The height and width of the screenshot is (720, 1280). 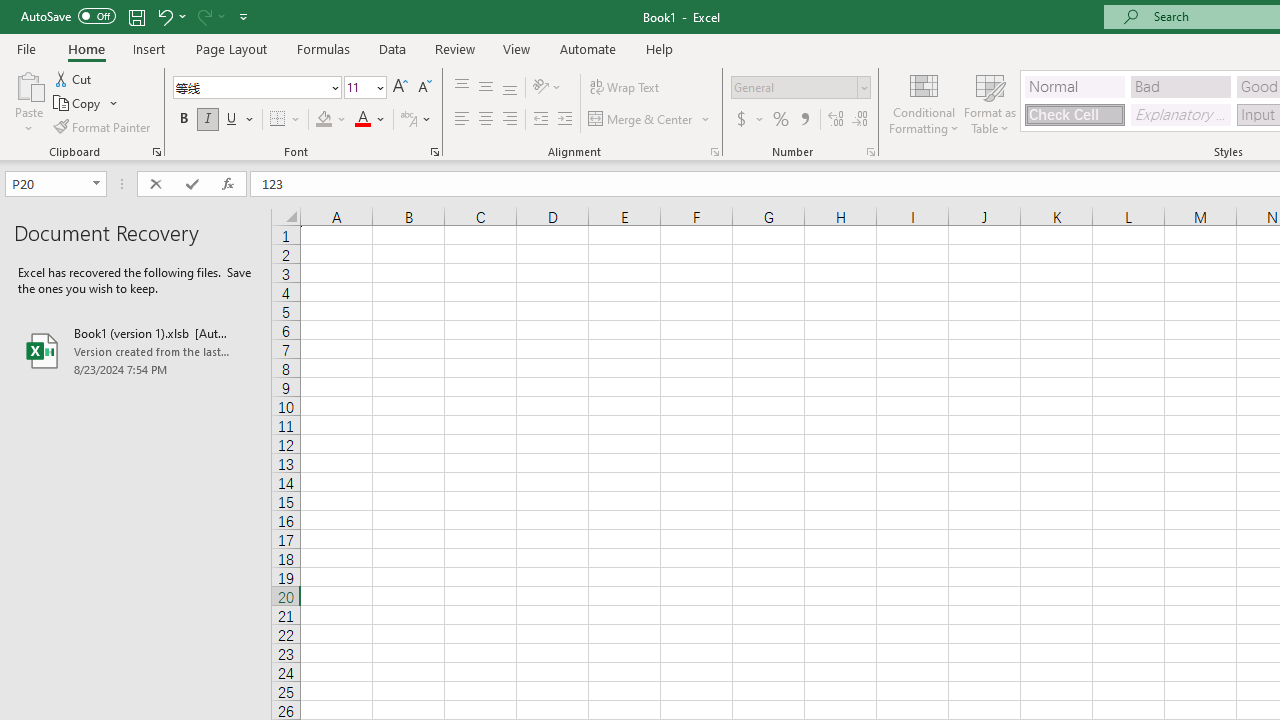 What do you see at coordinates (650, 119) in the screenshot?
I see `'Merge & Center'` at bounding box center [650, 119].